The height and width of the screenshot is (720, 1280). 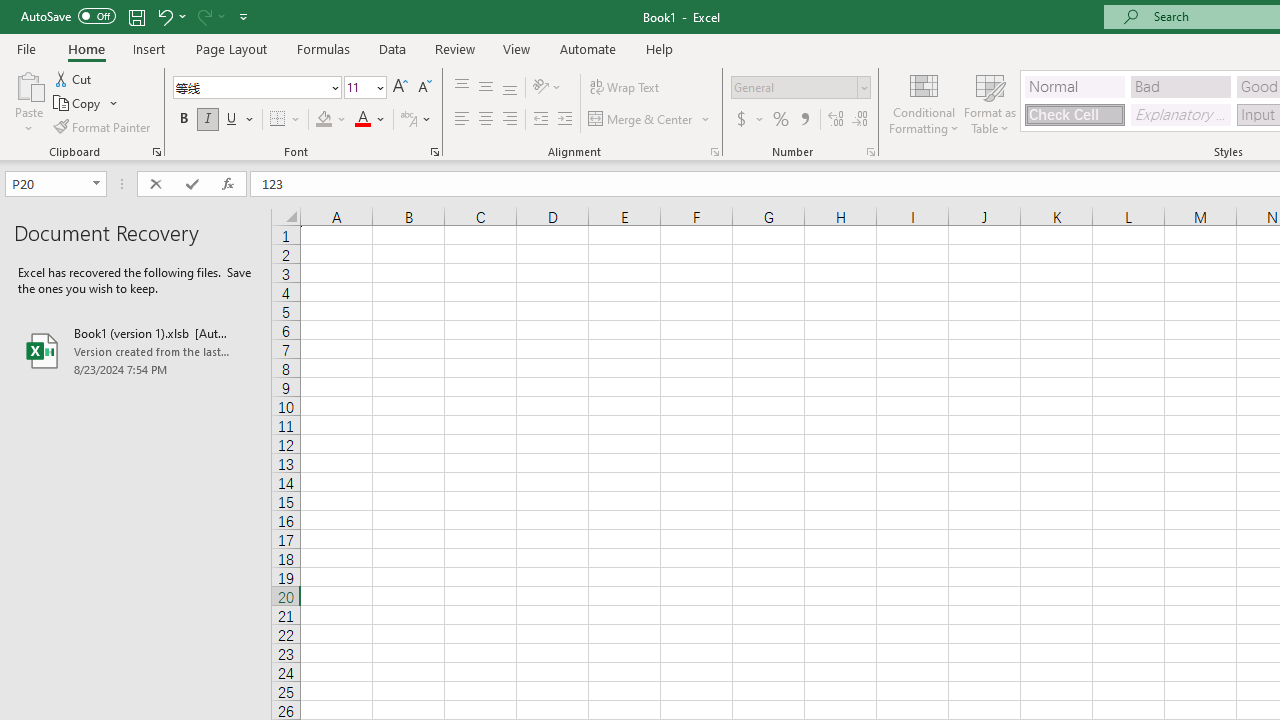 What do you see at coordinates (650, 119) in the screenshot?
I see `'Merge & Center'` at bounding box center [650, 119].